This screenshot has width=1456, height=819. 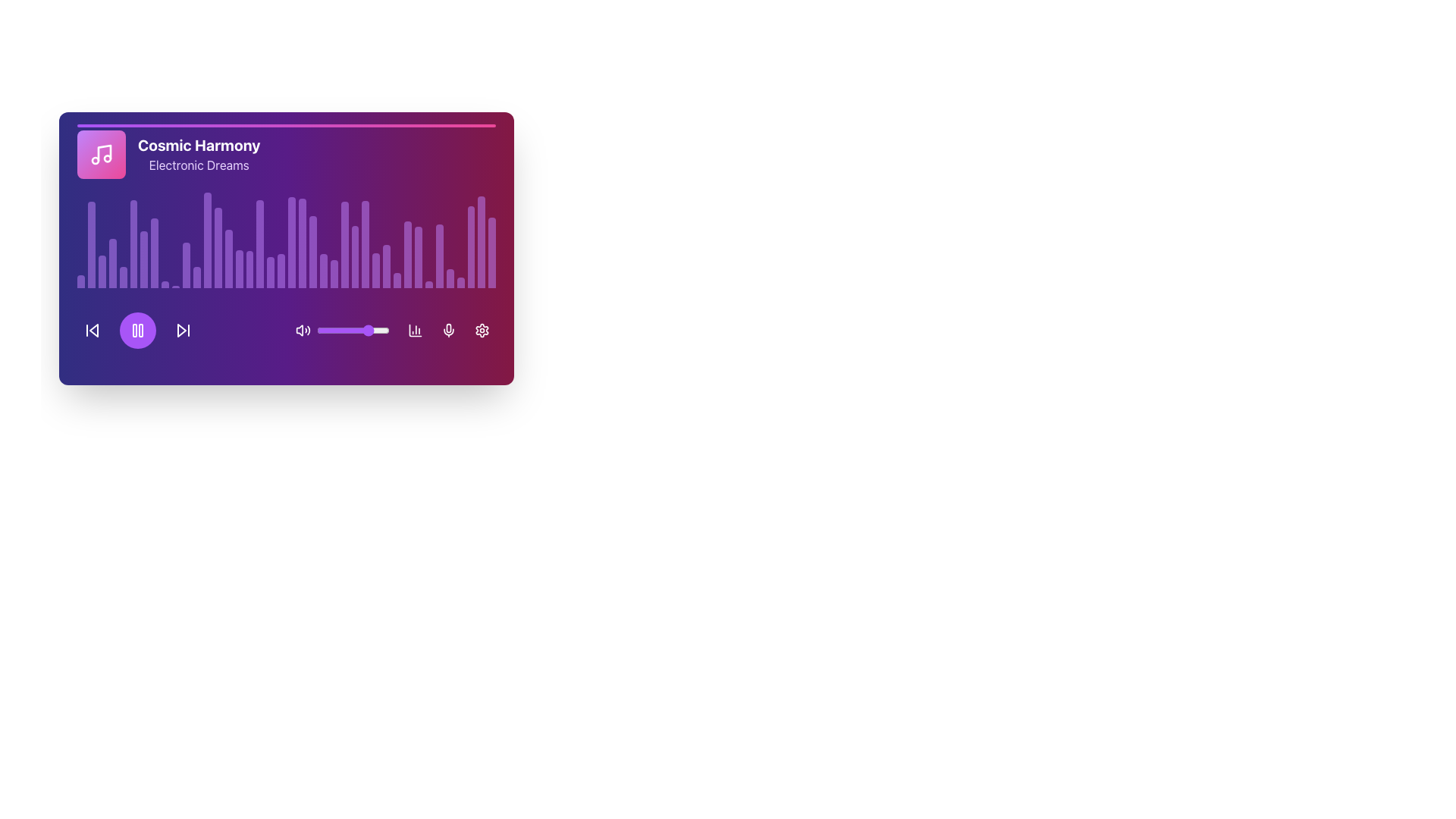 I want to click on the 27th vertical bar of the visual equalizer or graph that represents data or audio levels, so click(x=376, y=269).